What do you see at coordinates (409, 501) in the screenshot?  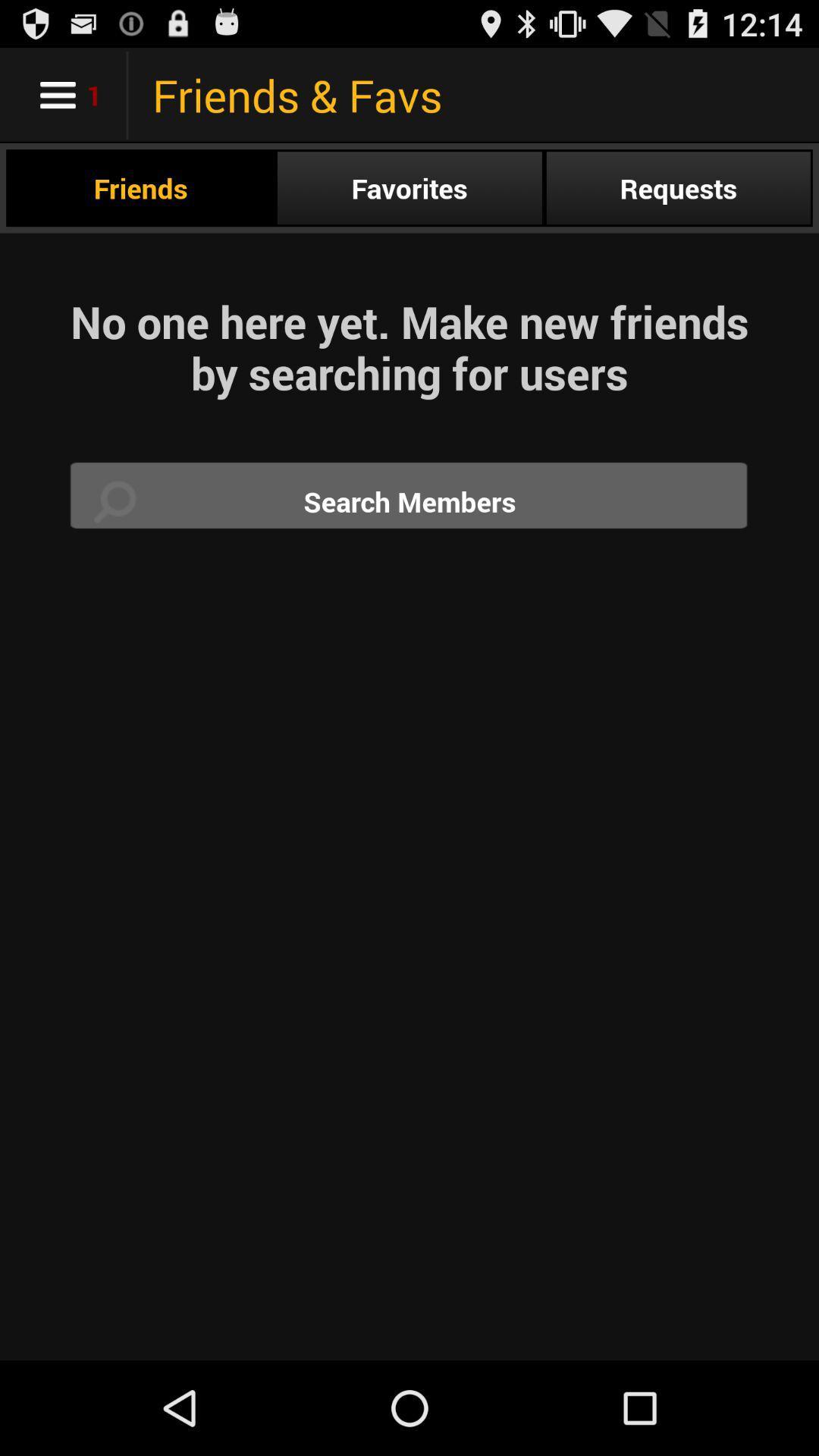 I see `search members` at bounding box center [409, 501].